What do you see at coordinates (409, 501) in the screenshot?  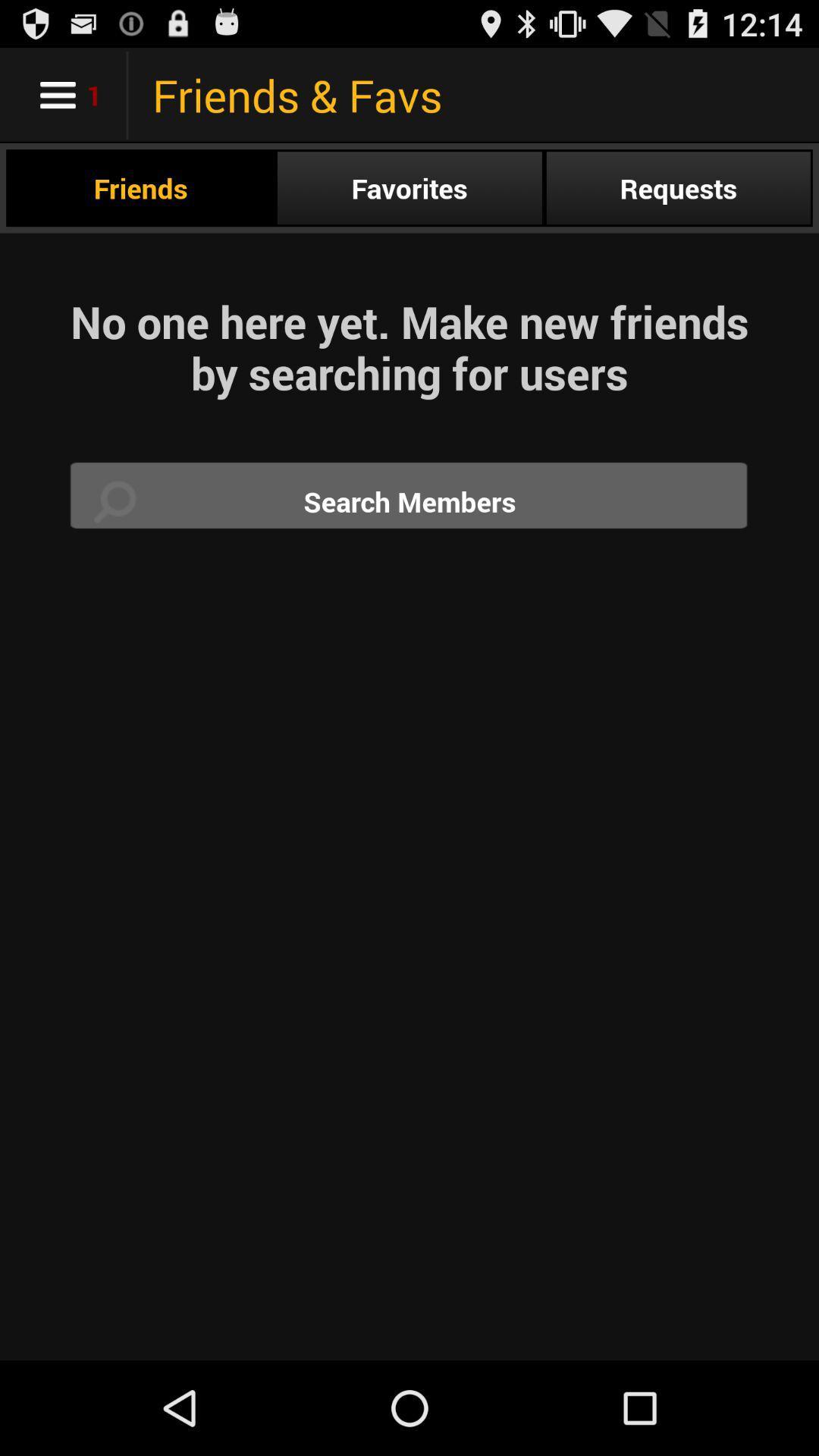 I see `search members` at bounding box center [409, 501].